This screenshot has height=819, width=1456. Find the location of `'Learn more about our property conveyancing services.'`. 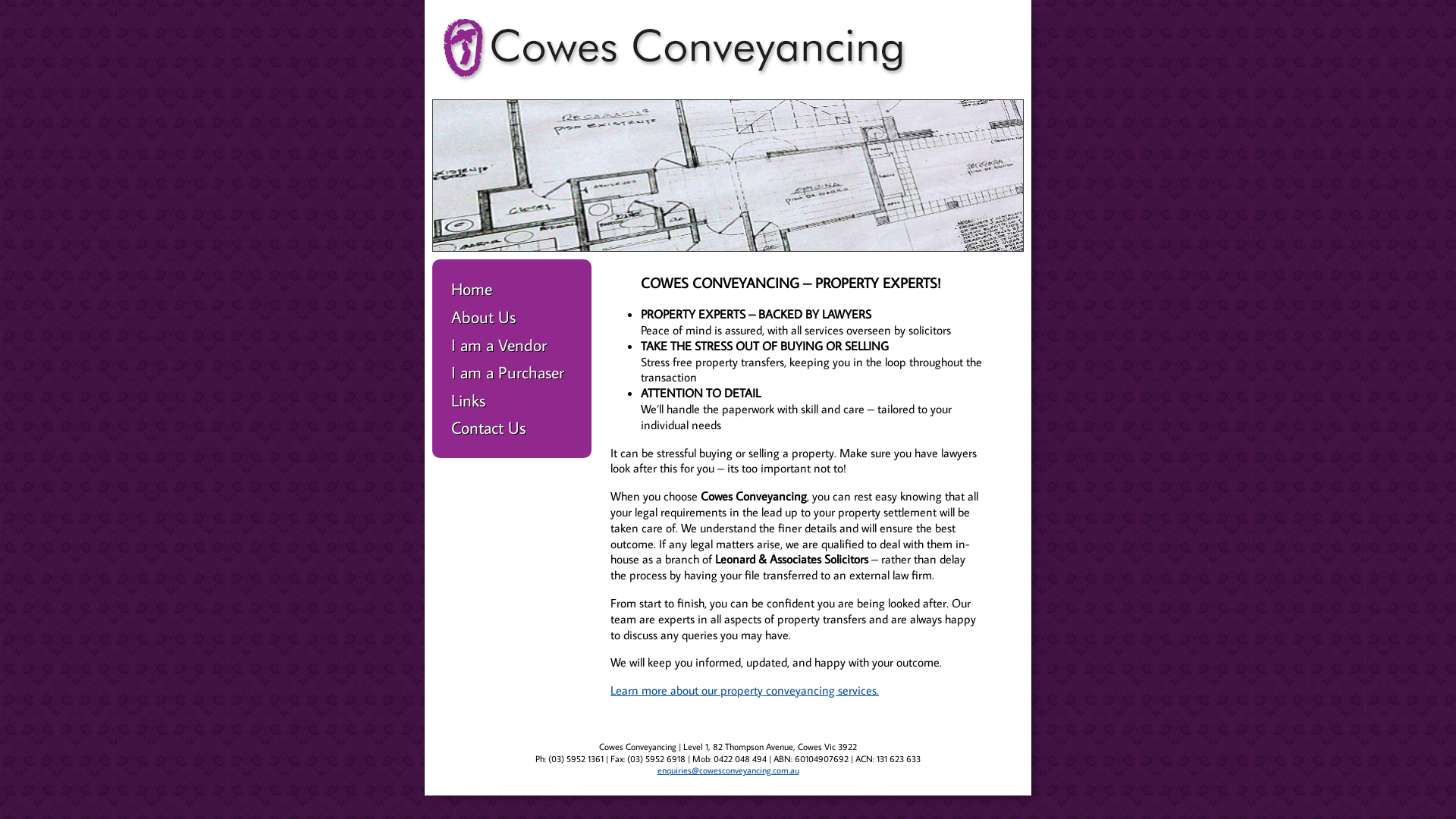

'Learn more about our property conveyancing services.' is located at coordinates (745, 690).